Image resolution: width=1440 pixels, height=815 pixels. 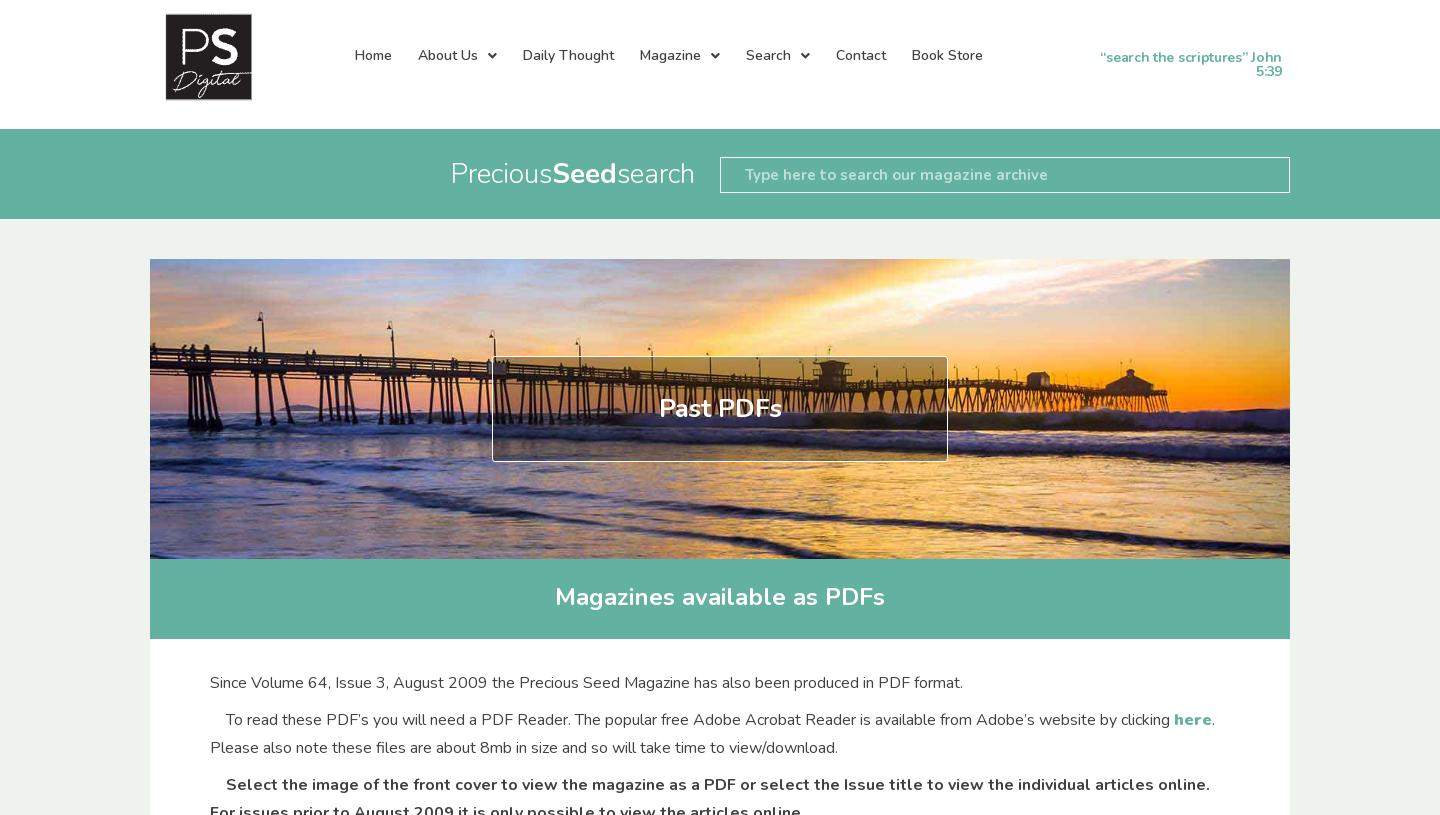 What do you see at coordinates (462, 210) in the screenshot?
I see `'2023 Volume 78 Issue 3'` at bounding box center [462, 210].